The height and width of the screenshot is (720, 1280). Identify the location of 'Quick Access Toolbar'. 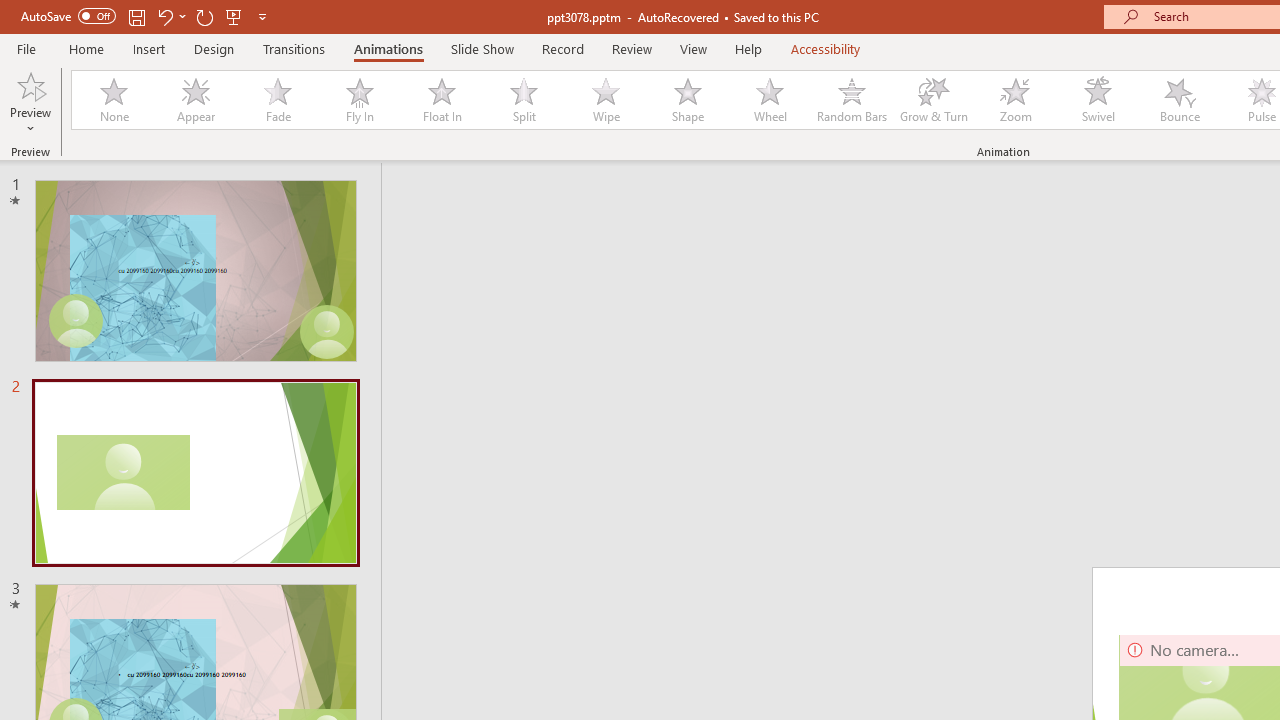
(144, 16).